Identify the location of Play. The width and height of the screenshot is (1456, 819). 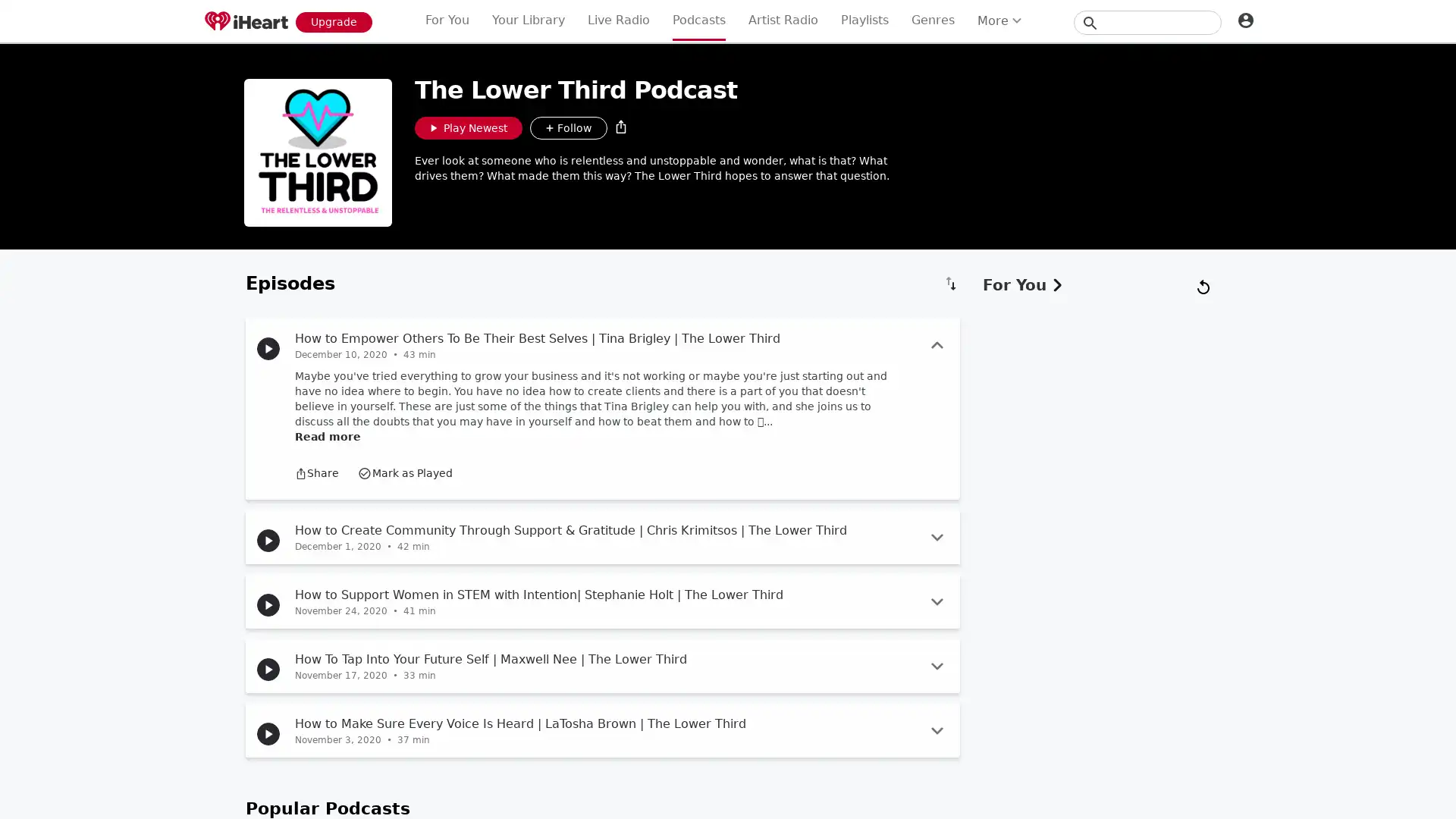
(268, 733).